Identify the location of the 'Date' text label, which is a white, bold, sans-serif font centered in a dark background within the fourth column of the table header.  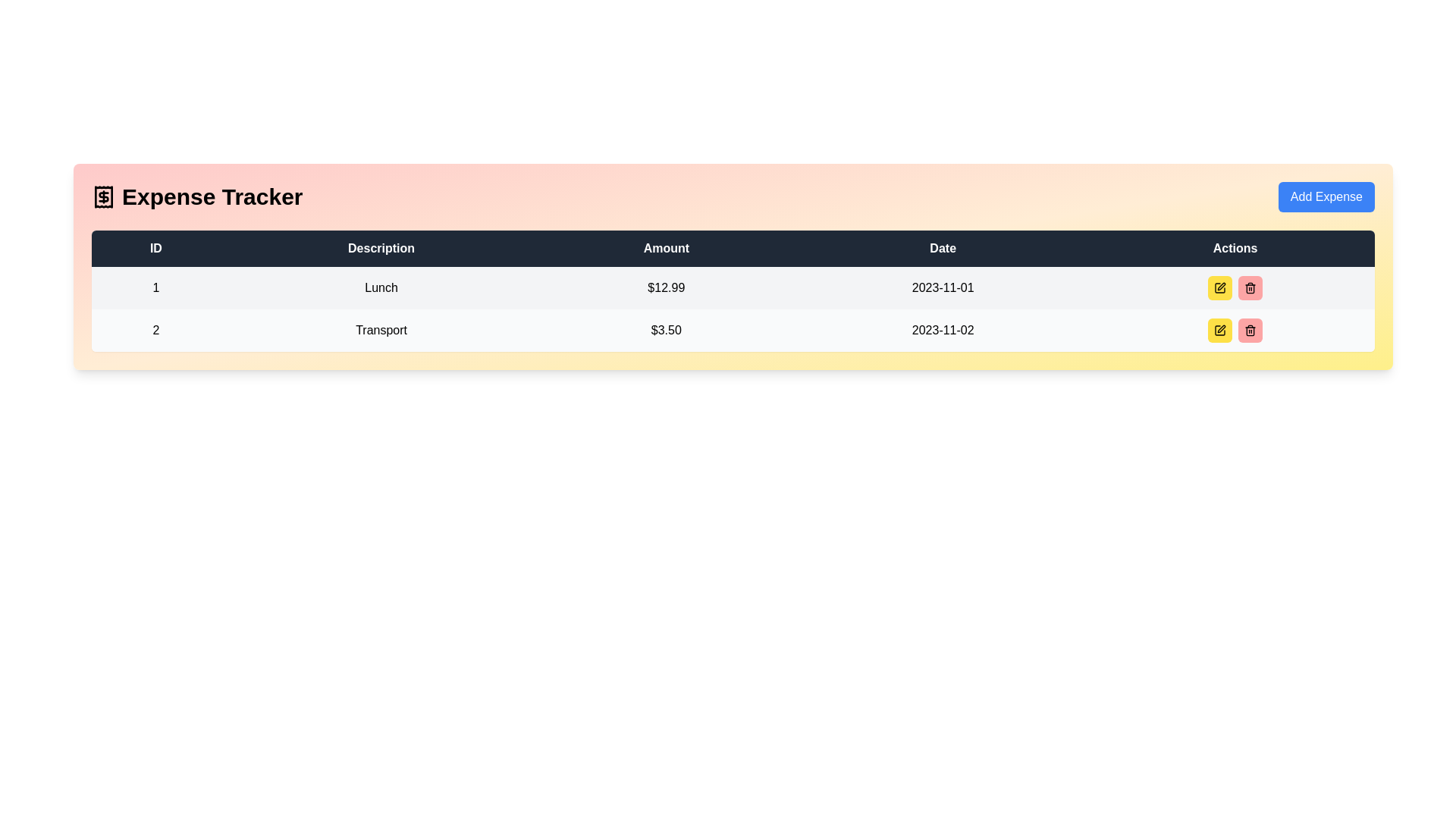
(942, 247).